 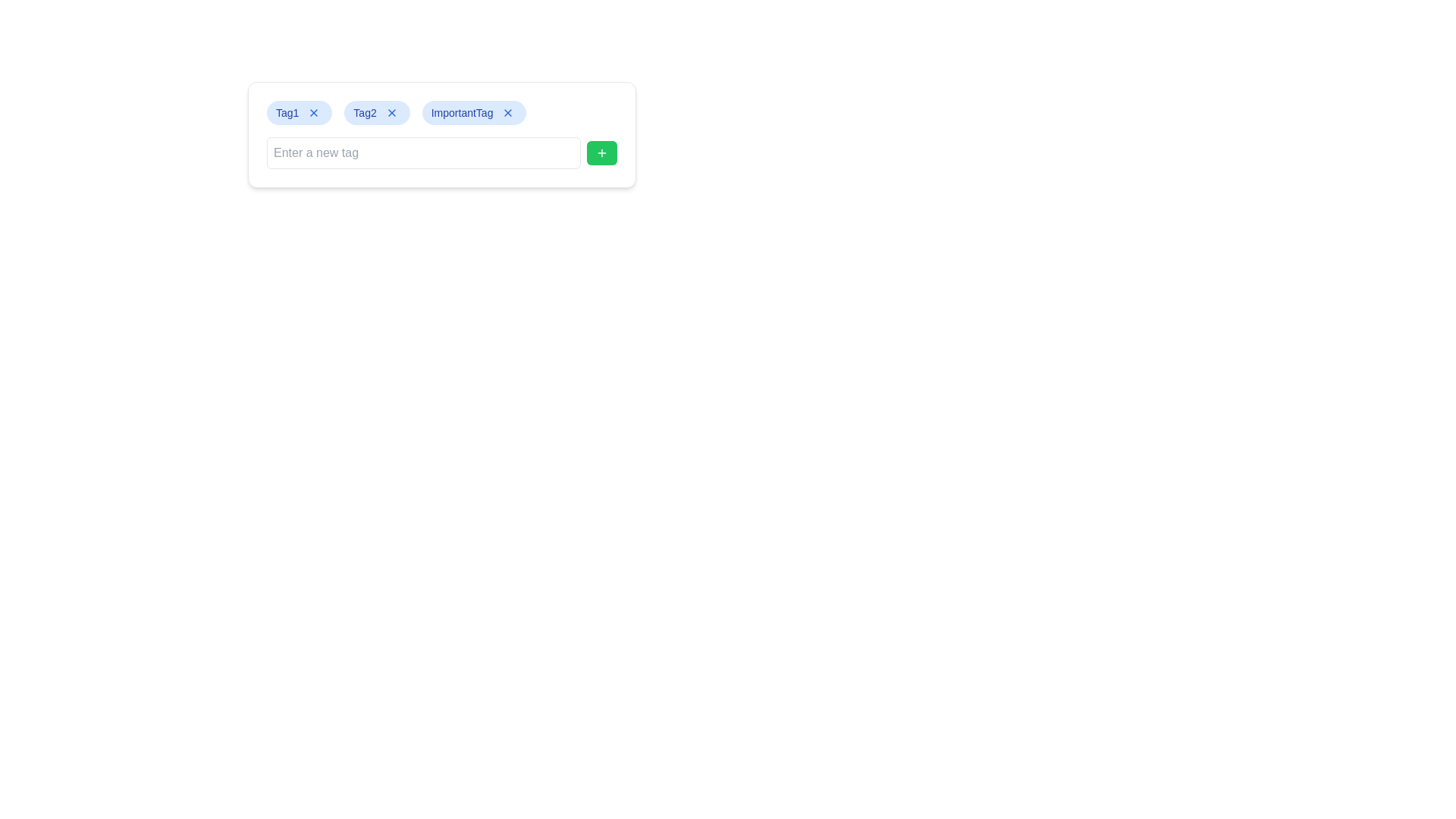 I want to click on the button that removes the associated tag 'Tag1', so click(x=313, y=112).